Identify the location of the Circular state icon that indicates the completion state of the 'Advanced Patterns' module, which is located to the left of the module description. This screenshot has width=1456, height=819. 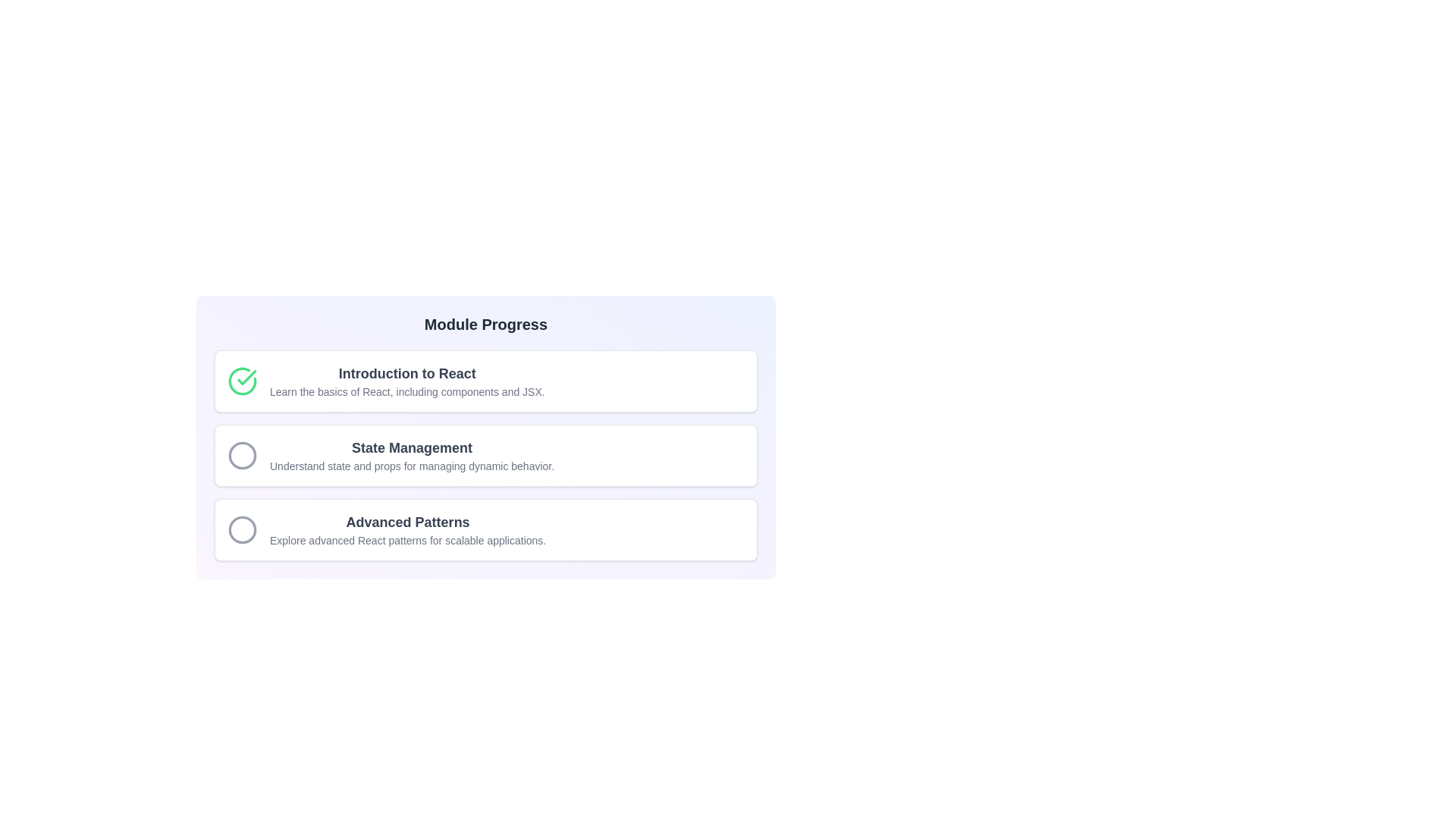
(243, 529).